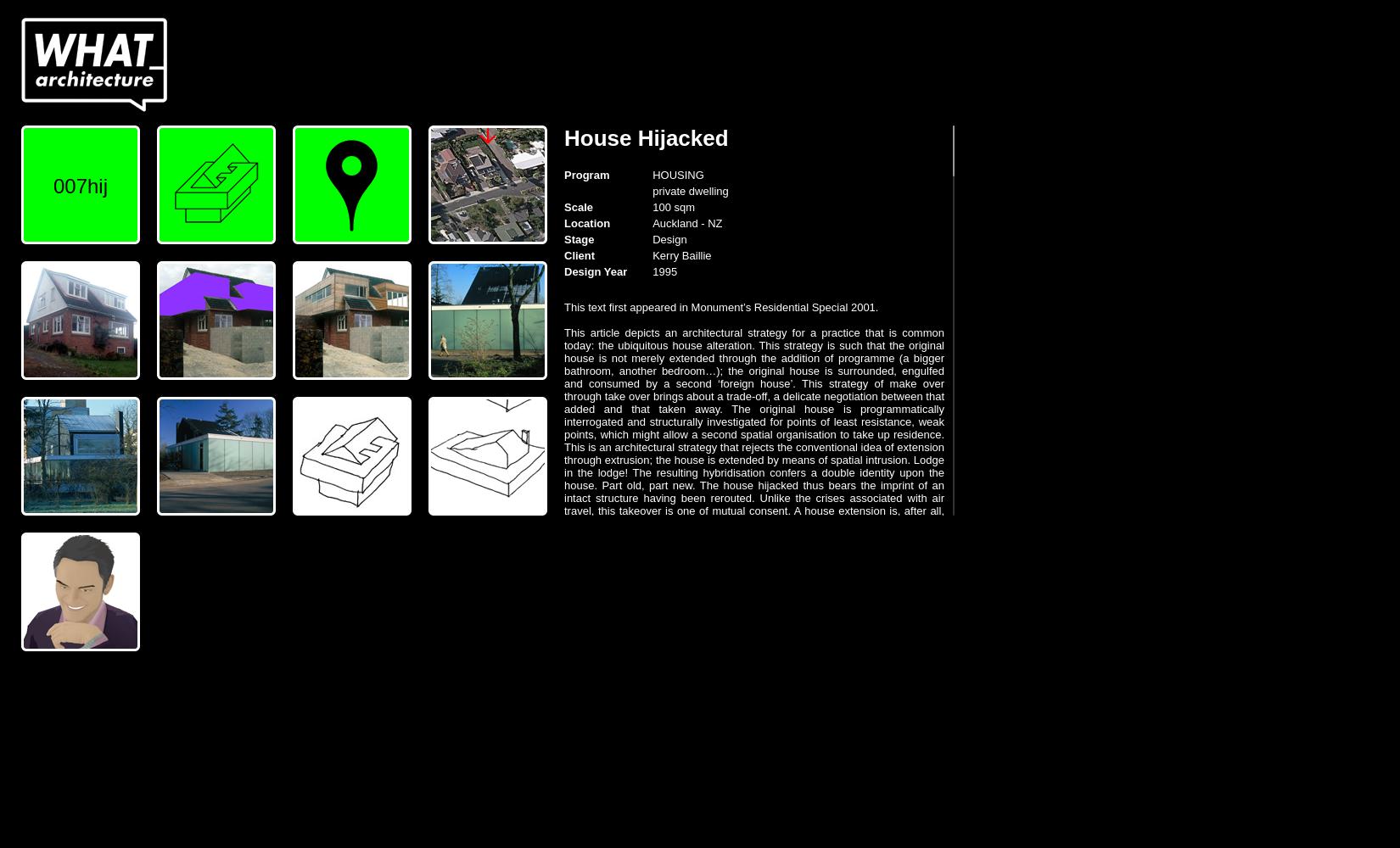 The height and width of the screenshot is (848, 1400). What do you see at coordinates (563, 223) in the screenshot?
I see `'Location'` at bounding box center [563, 223].